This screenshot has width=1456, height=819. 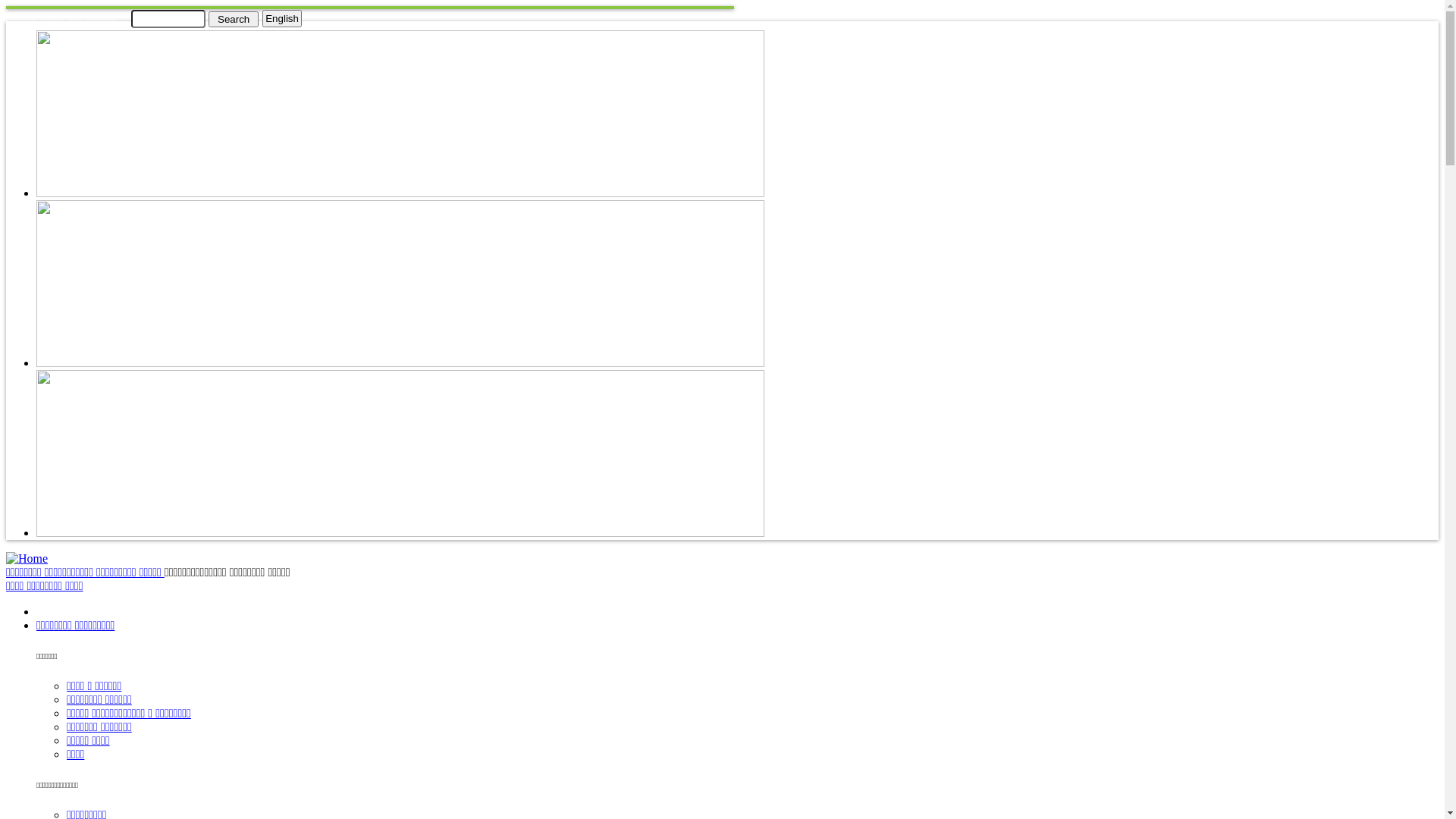 What do you see at coordinates (282, 18) in the screenshot?
I see `'English'` at bounding box center [282, 18].